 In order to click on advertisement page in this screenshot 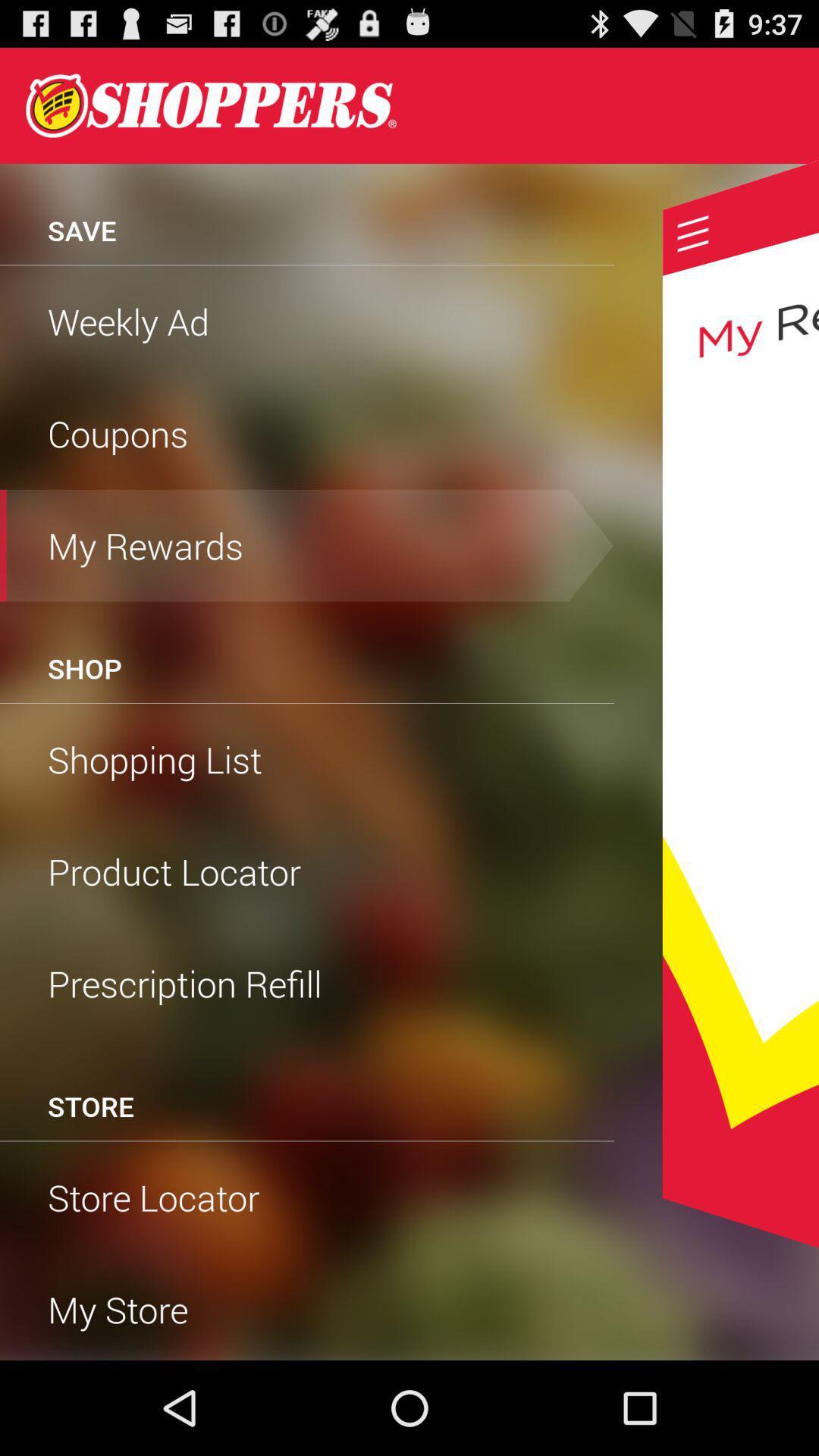, I will do `click(739, 703)`.